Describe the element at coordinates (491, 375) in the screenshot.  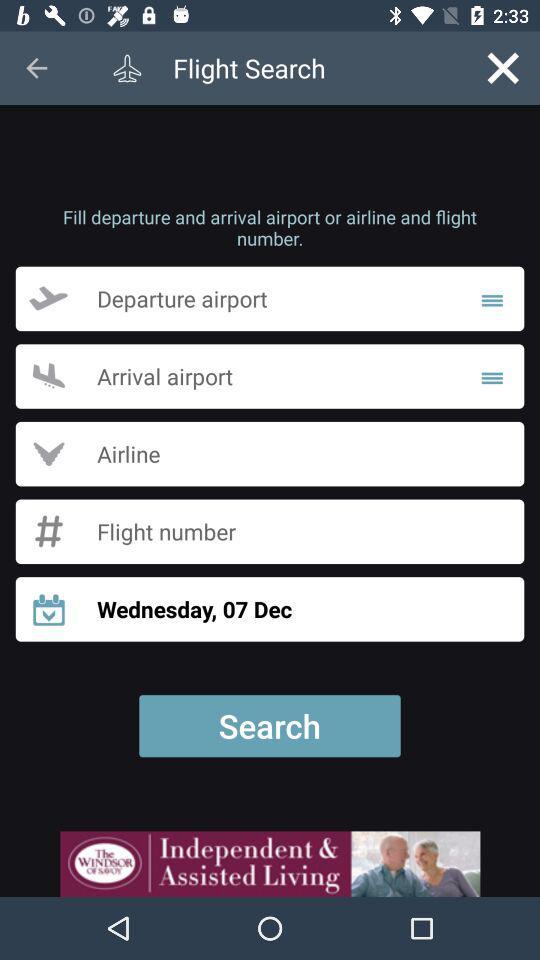
I see `three horizontal lines next to arrival airport` at that location.